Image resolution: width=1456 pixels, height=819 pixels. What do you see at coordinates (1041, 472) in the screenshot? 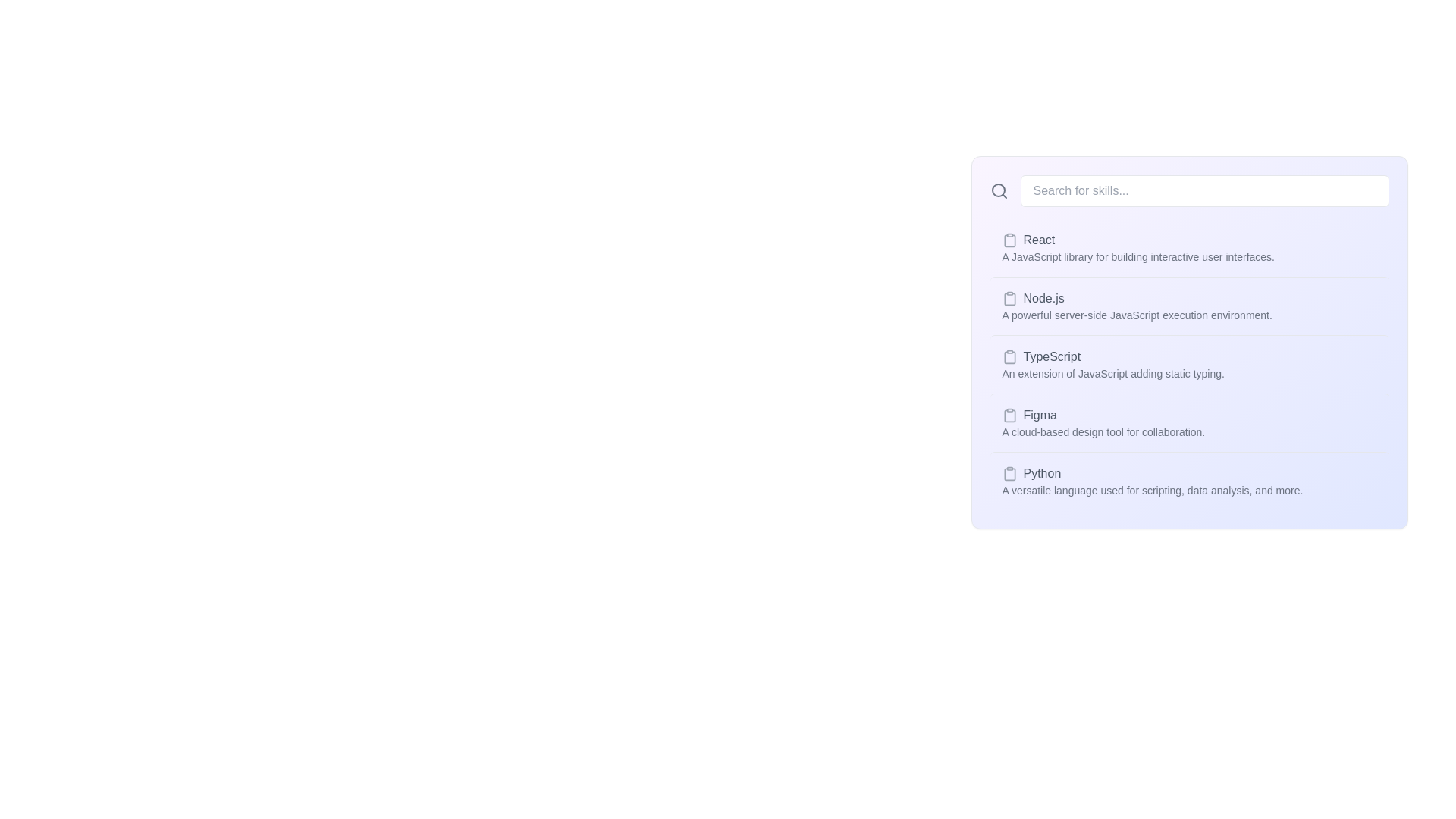
I see `text content of the 'Python' text label, which is the fifth item in the list displayed in the right panel` at bounding box center [1041, 472].